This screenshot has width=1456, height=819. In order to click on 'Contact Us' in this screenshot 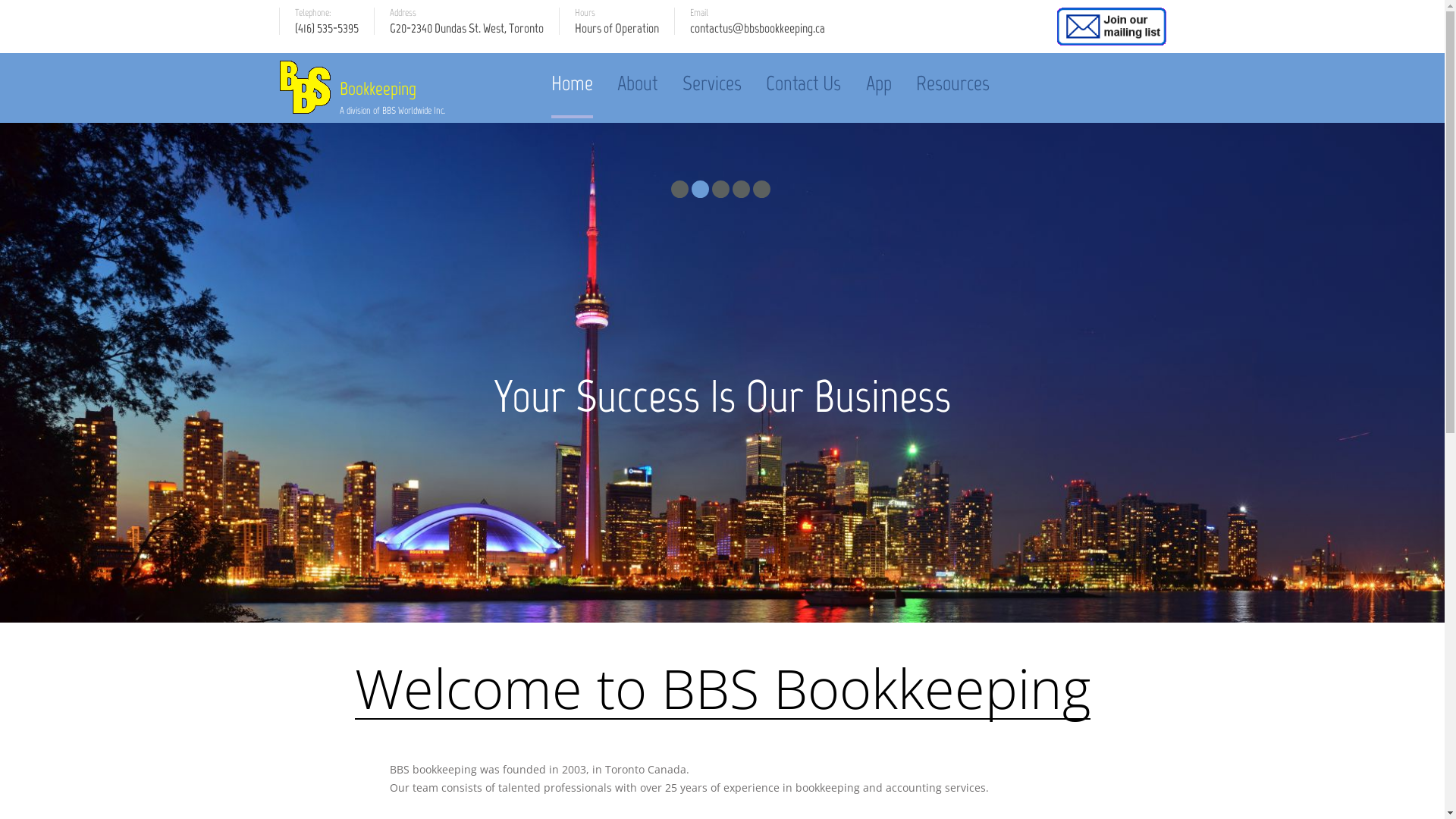, I will do `click(802, 83)`.